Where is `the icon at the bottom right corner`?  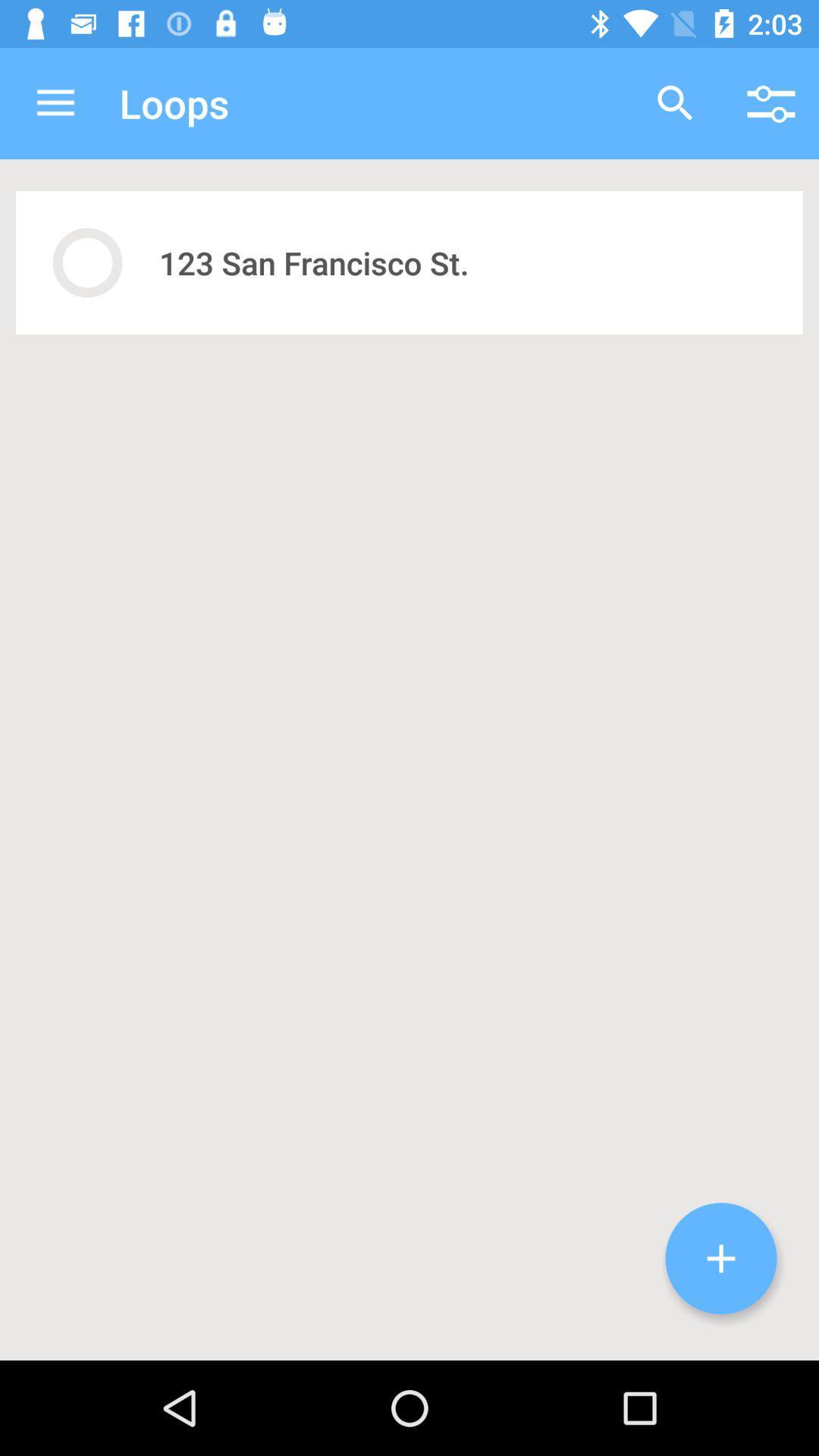
the icon at the bottom right corner is located at coordinates (720, 1258).